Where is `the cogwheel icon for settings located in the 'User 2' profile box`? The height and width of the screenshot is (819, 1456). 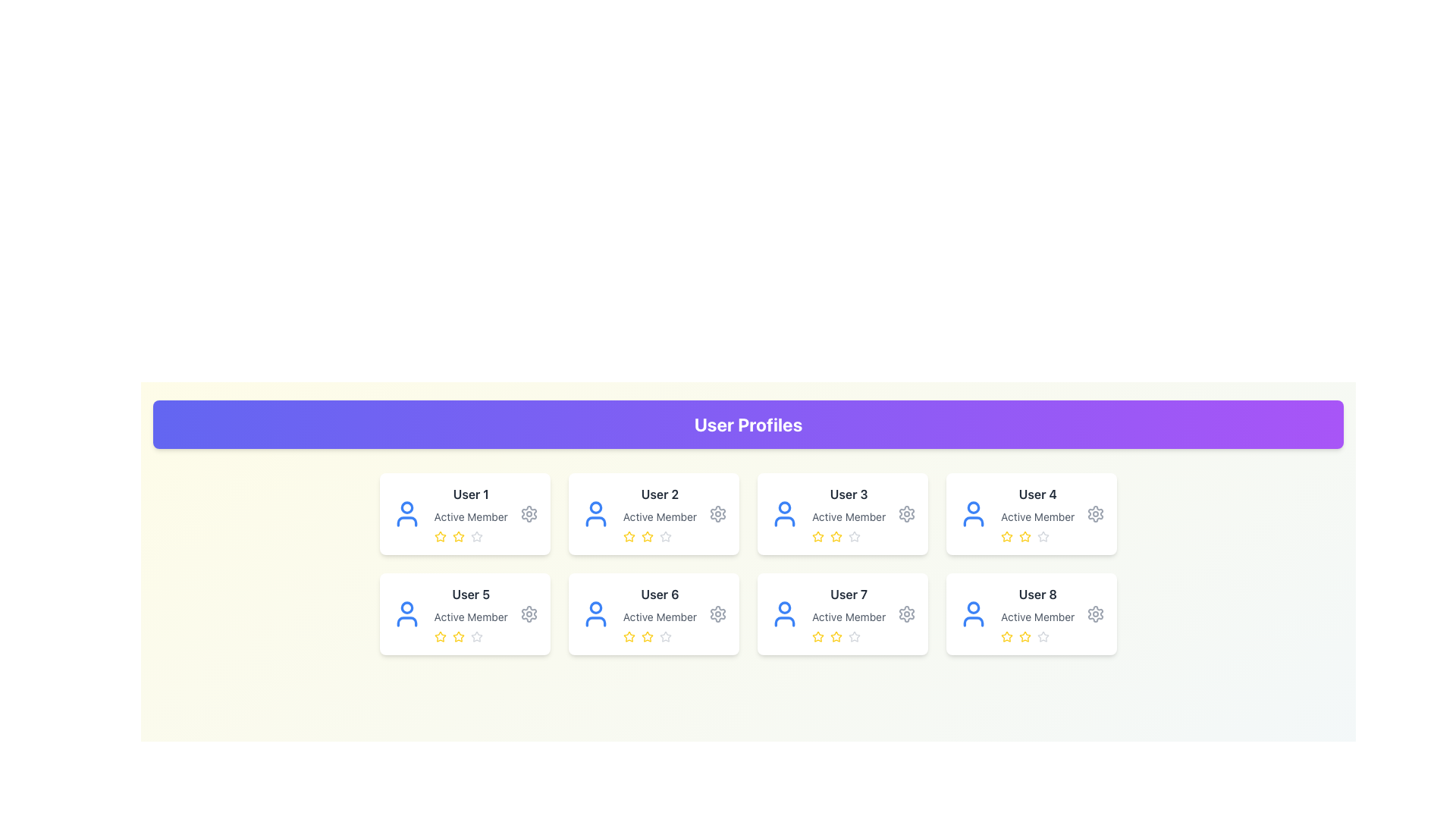
the cogwheel icon for settings located in the 'User 2' profile box is located at coordinates (717, 513).